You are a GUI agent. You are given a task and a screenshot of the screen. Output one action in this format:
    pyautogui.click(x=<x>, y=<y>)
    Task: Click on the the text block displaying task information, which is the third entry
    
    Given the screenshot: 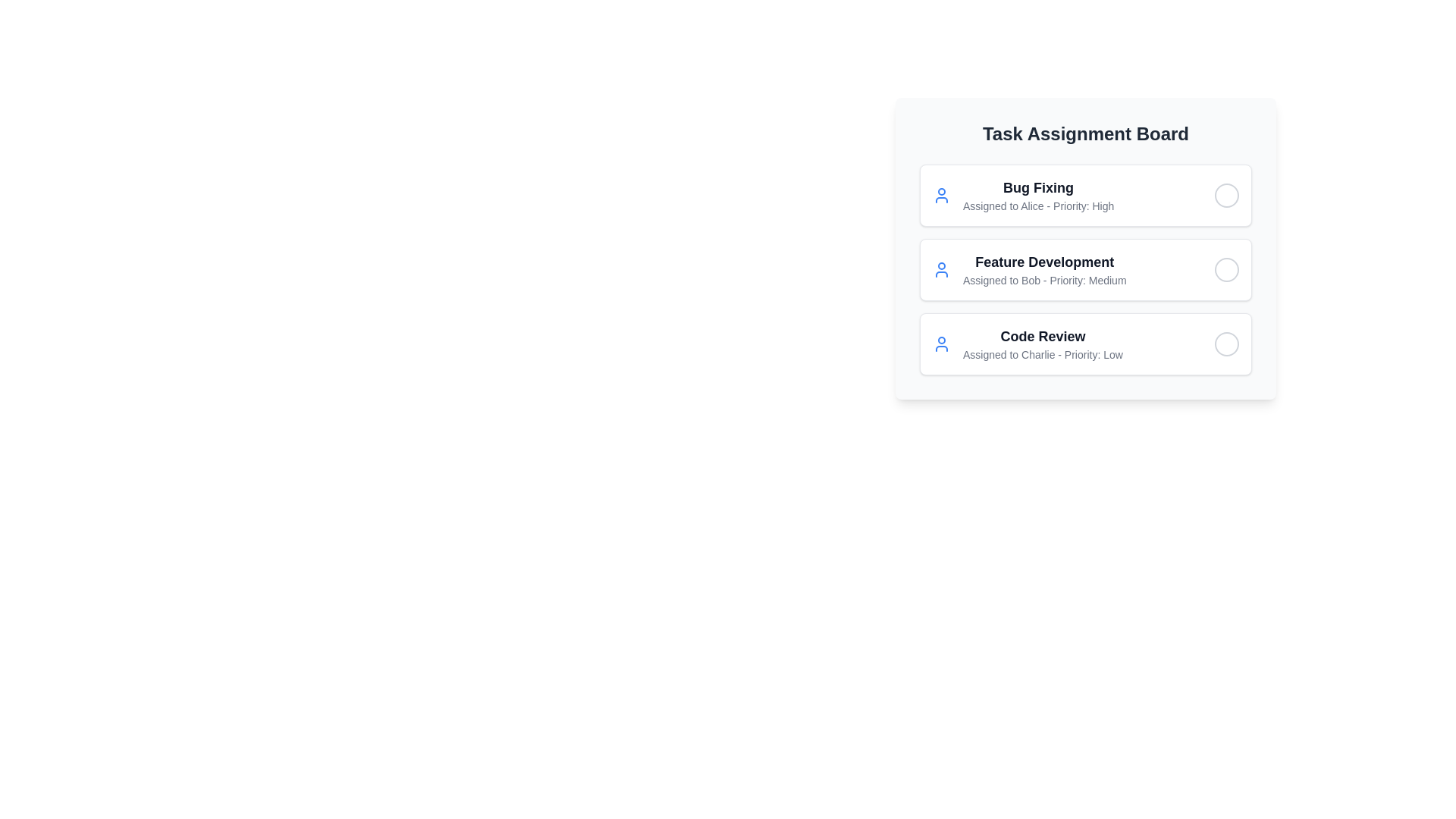 What is the action you would take?
    pyautogui.click(x=1041, y=344)
    